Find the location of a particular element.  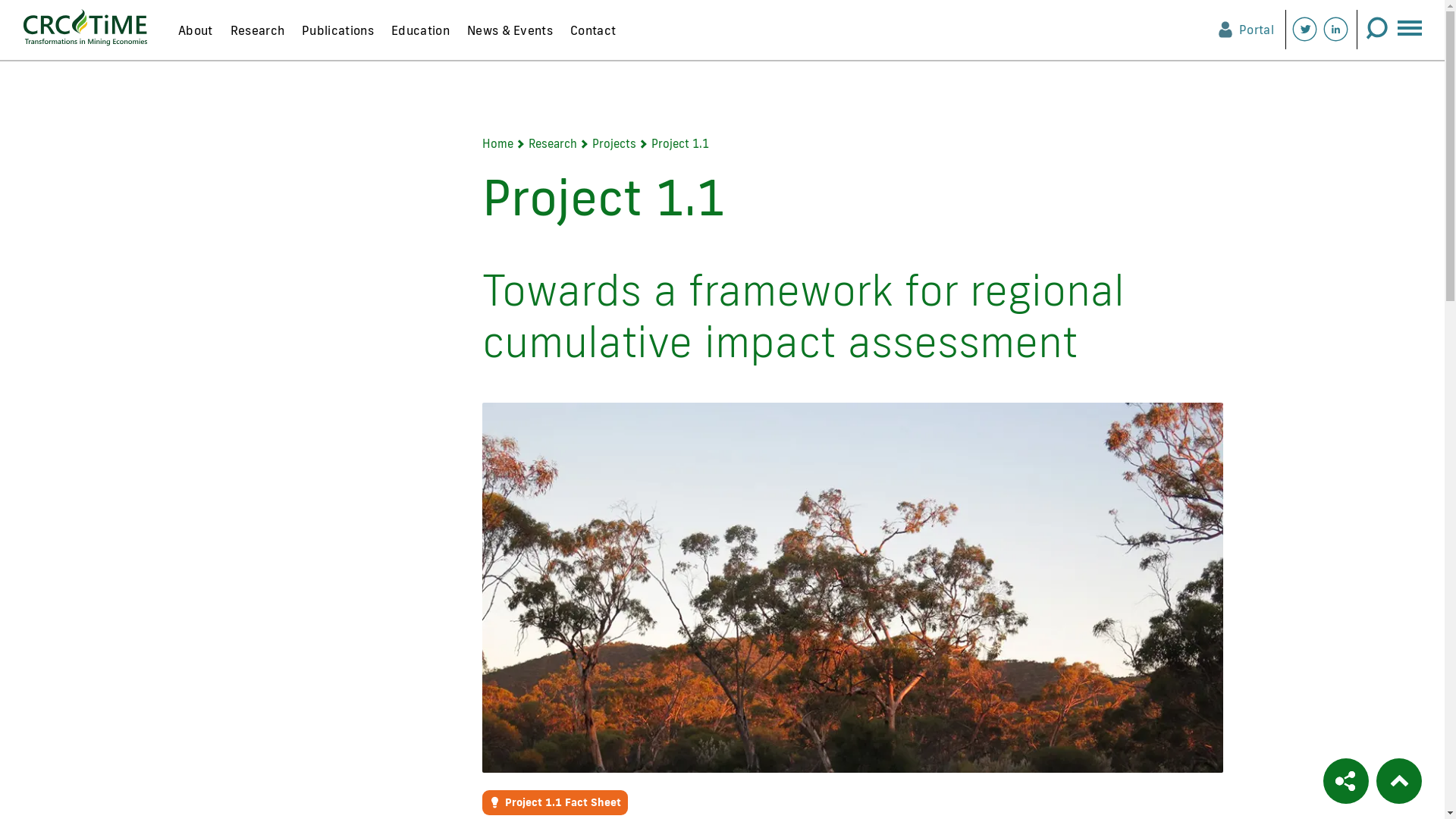

'Contact' is located at coordinates (591, 37).